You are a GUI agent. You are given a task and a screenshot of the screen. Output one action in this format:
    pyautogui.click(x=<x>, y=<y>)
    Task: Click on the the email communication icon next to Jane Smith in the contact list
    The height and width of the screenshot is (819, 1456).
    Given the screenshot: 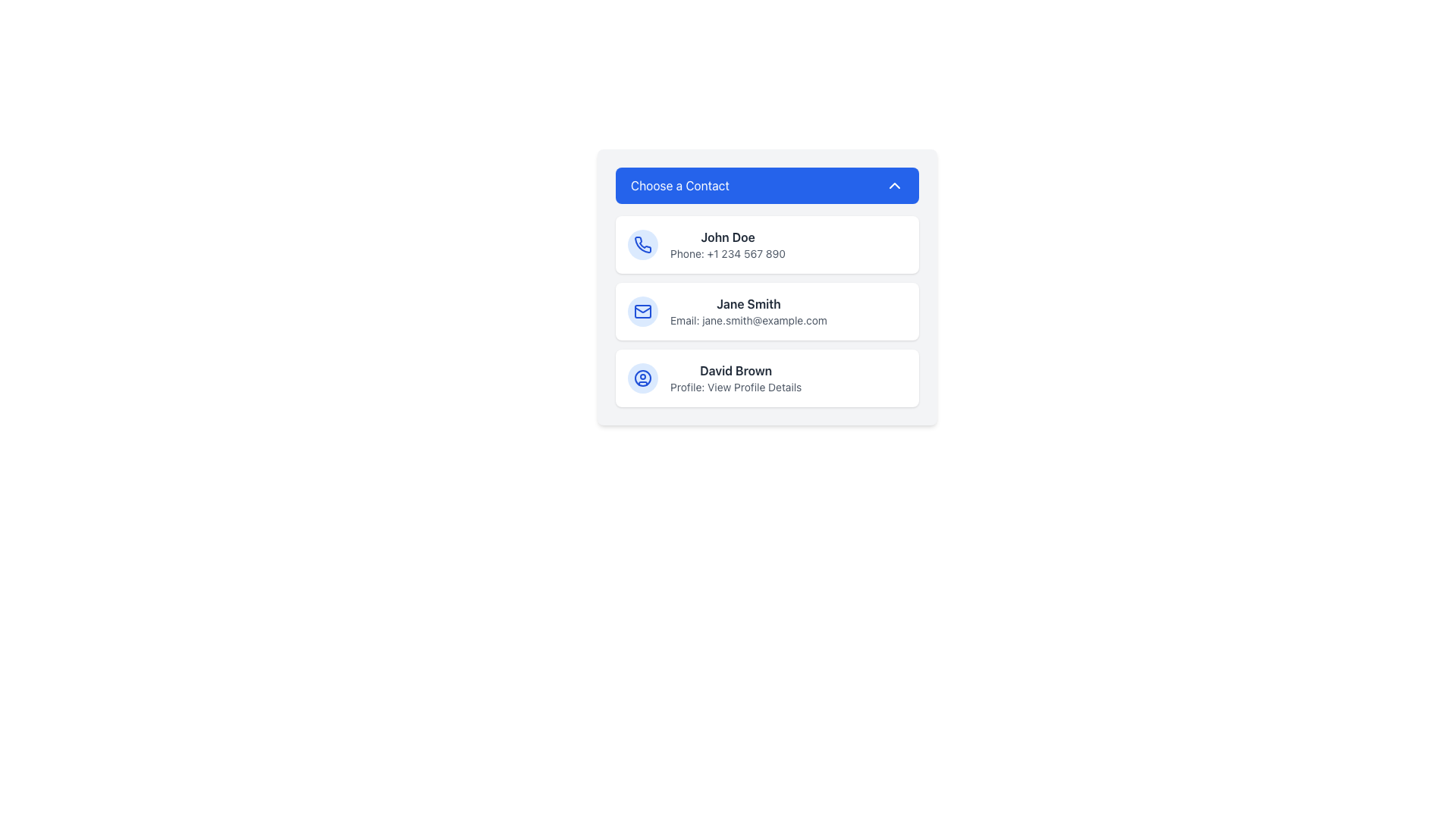 What is the action you would take?
    pyautogui.click(x=643, y=311)
    